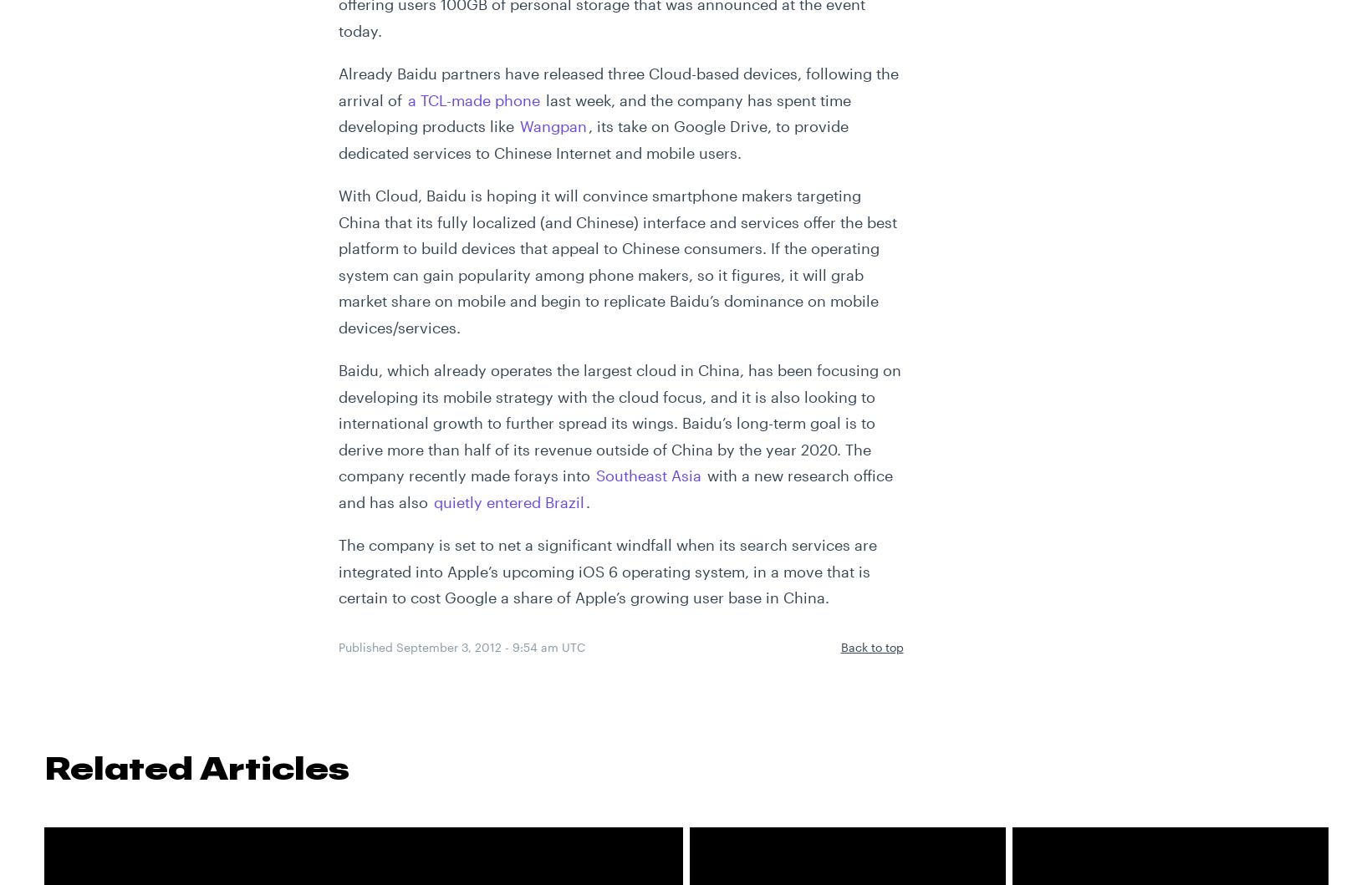 This screenshot has width=1372, height=885. Describe the element at coordinates (614, 487) in the screenshot. I see `'with a new research office and has also'` at that location.